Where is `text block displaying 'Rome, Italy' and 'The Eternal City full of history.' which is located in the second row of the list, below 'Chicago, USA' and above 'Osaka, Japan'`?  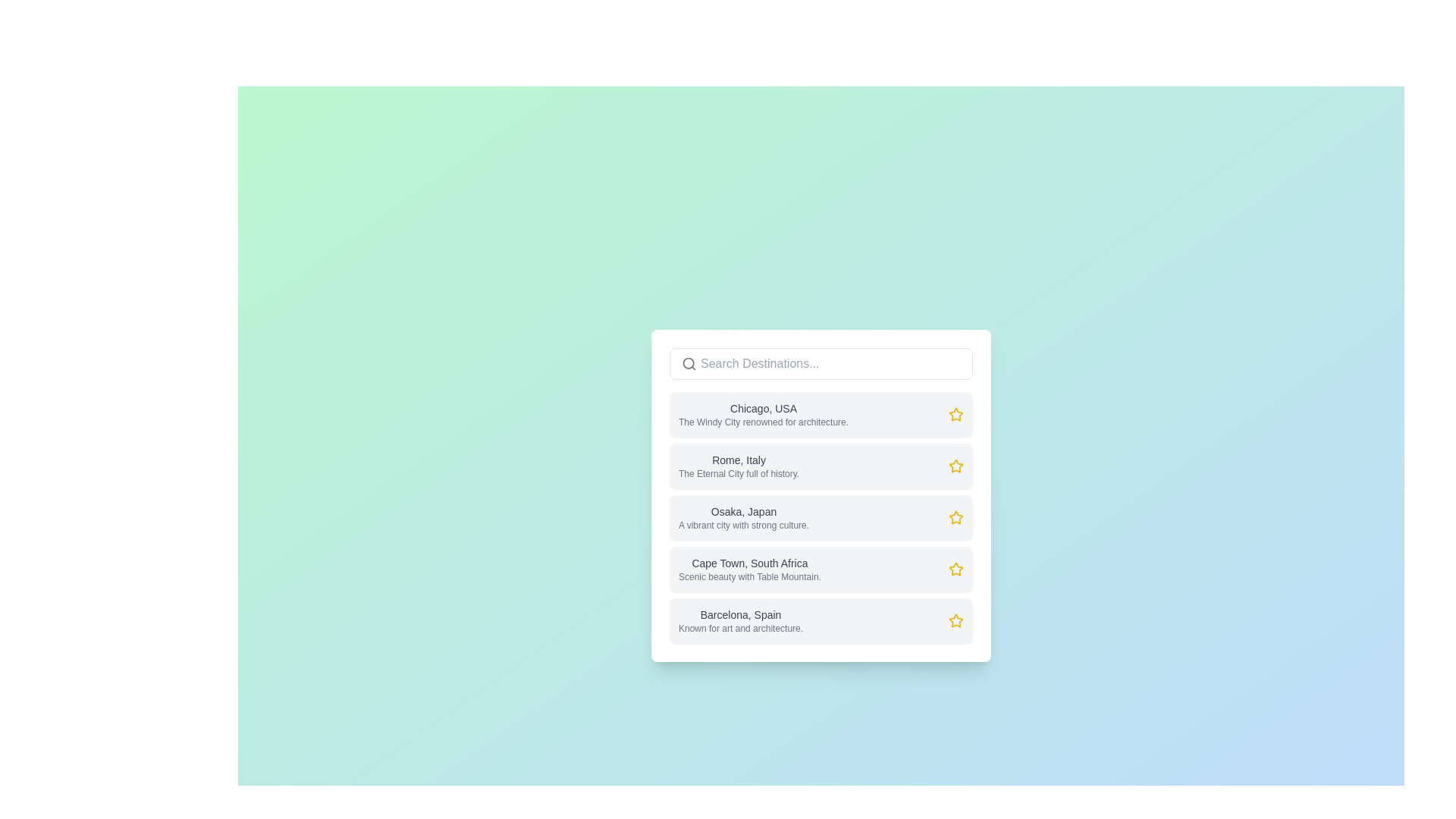
text block displaying 'Rome, Italy' and 'The Eternal City full of history.' which is located in the second row of the list, below 'Chicago, USA' and above 'Osaka, Japan' is located at coordinates (739, 465).